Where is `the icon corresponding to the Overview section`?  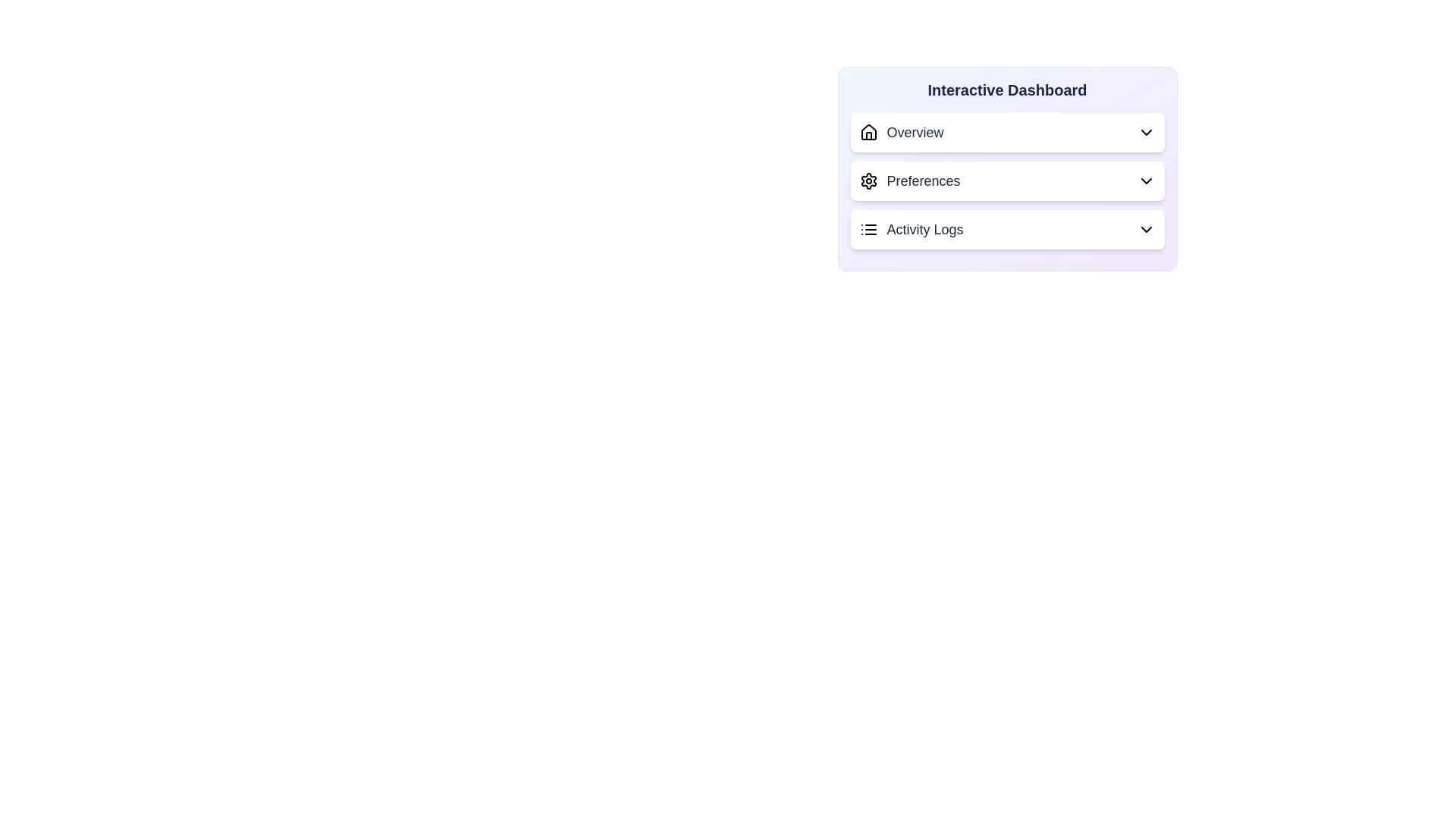
the icon corresponding to the Overview section is located at coordinates (868, 131).